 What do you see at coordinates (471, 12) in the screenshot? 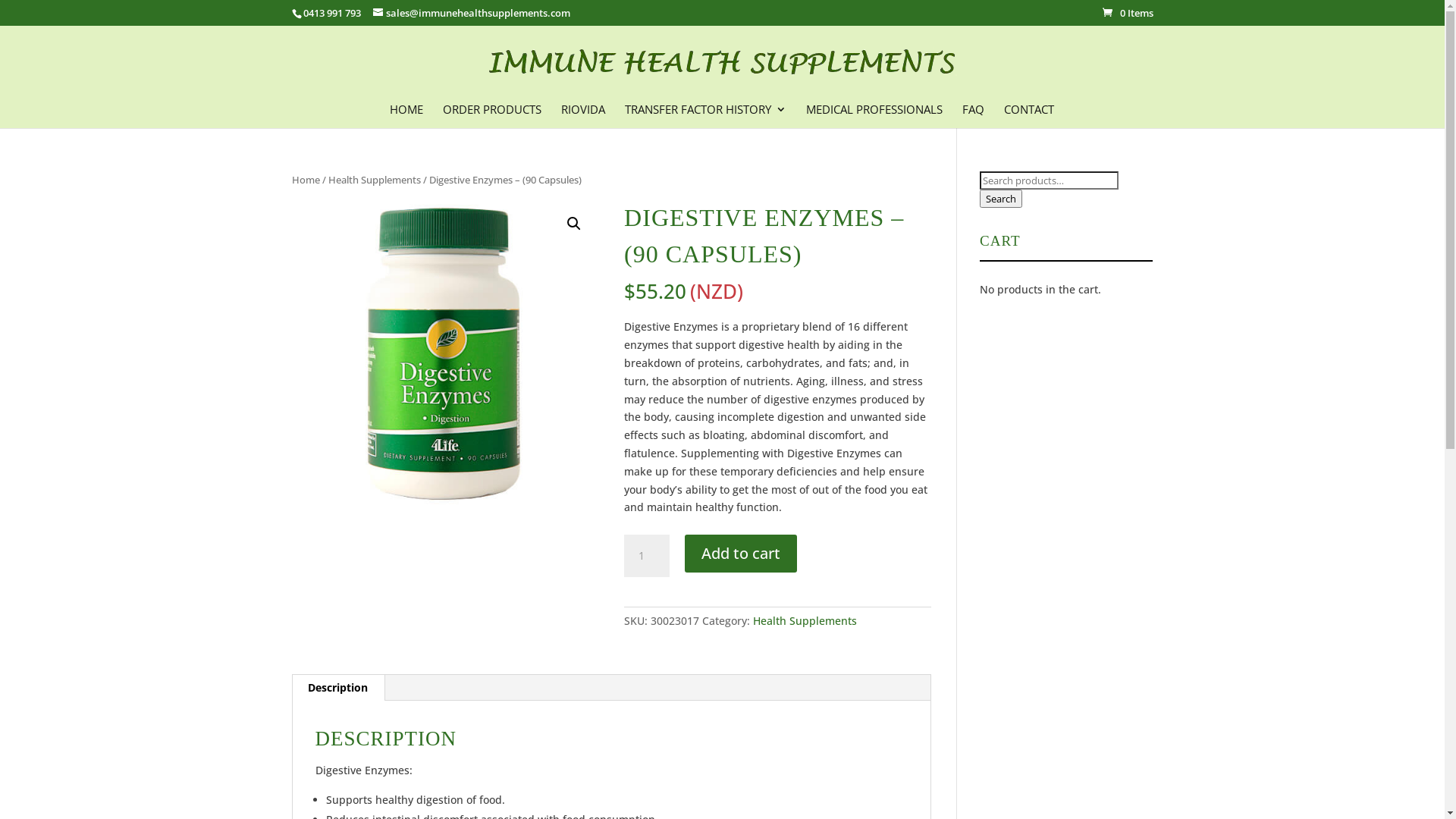
I see `'sales@immunehealthsupplements.com'` at bounding box center [471, 12].